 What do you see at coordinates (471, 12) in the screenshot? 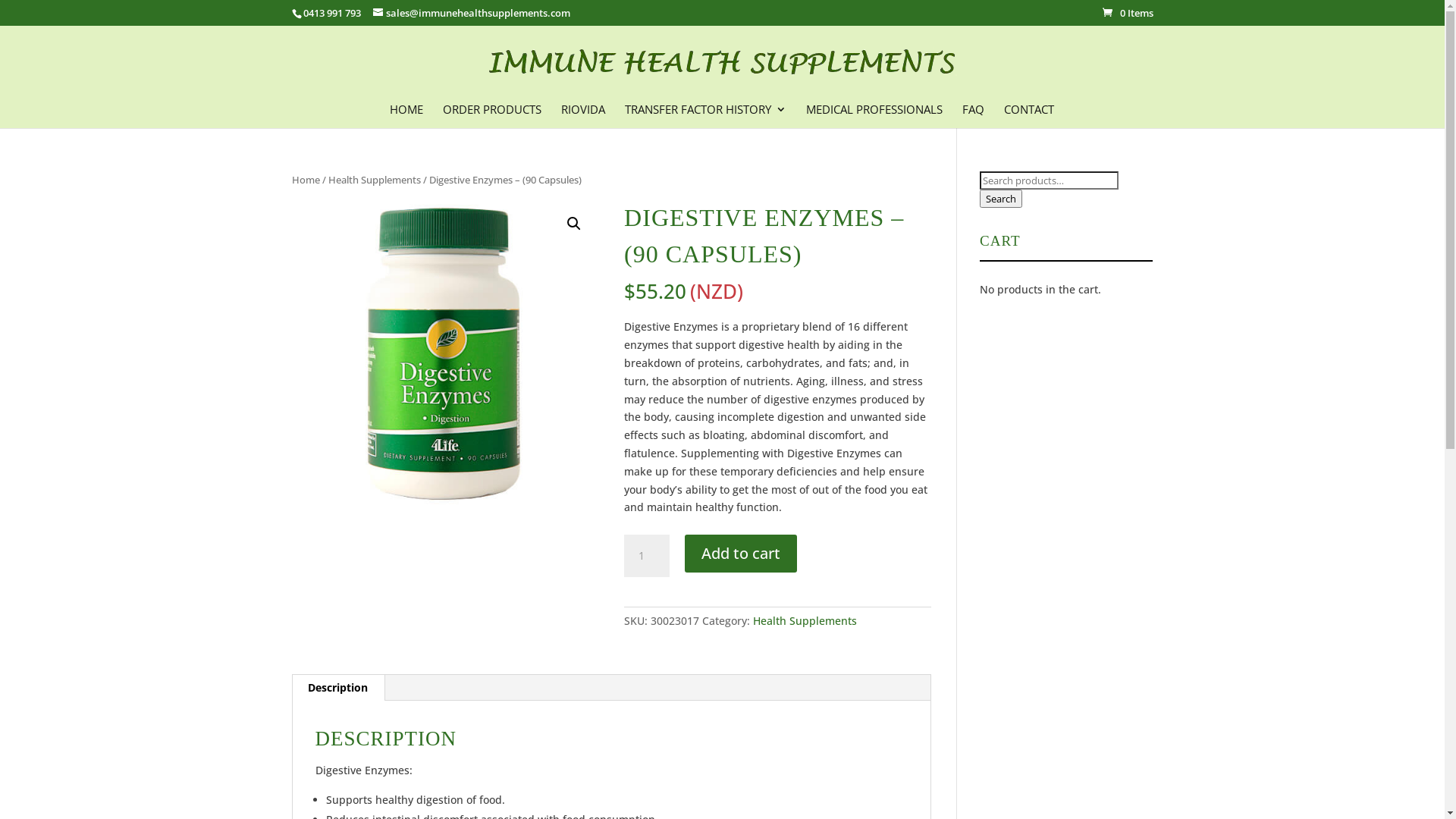
I see `'sales@immunehealthsupplements.com'` at bounding box center [471, 12].